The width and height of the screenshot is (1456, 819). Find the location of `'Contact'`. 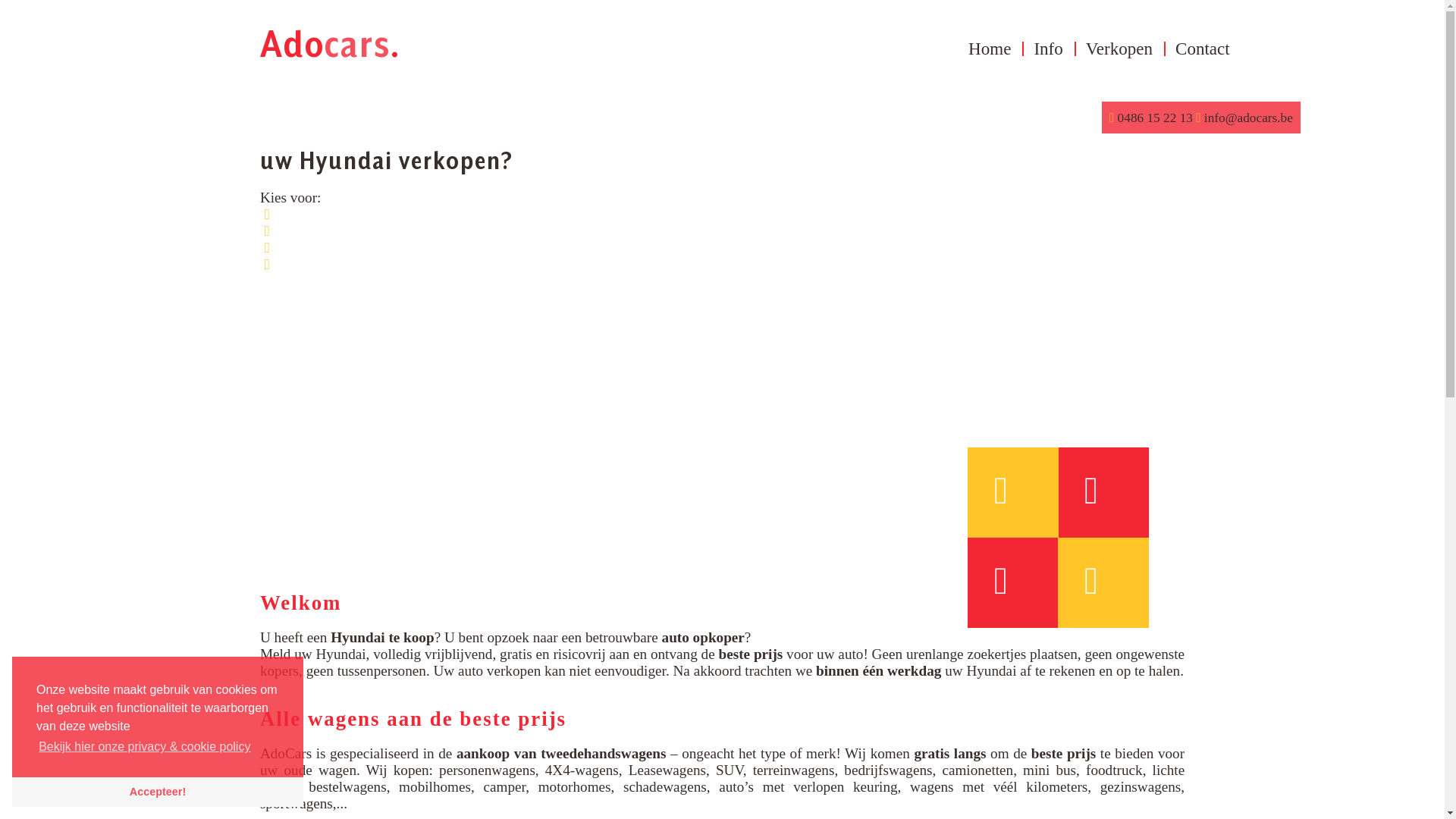

'Contact' is located at coordinates (1163, 48).